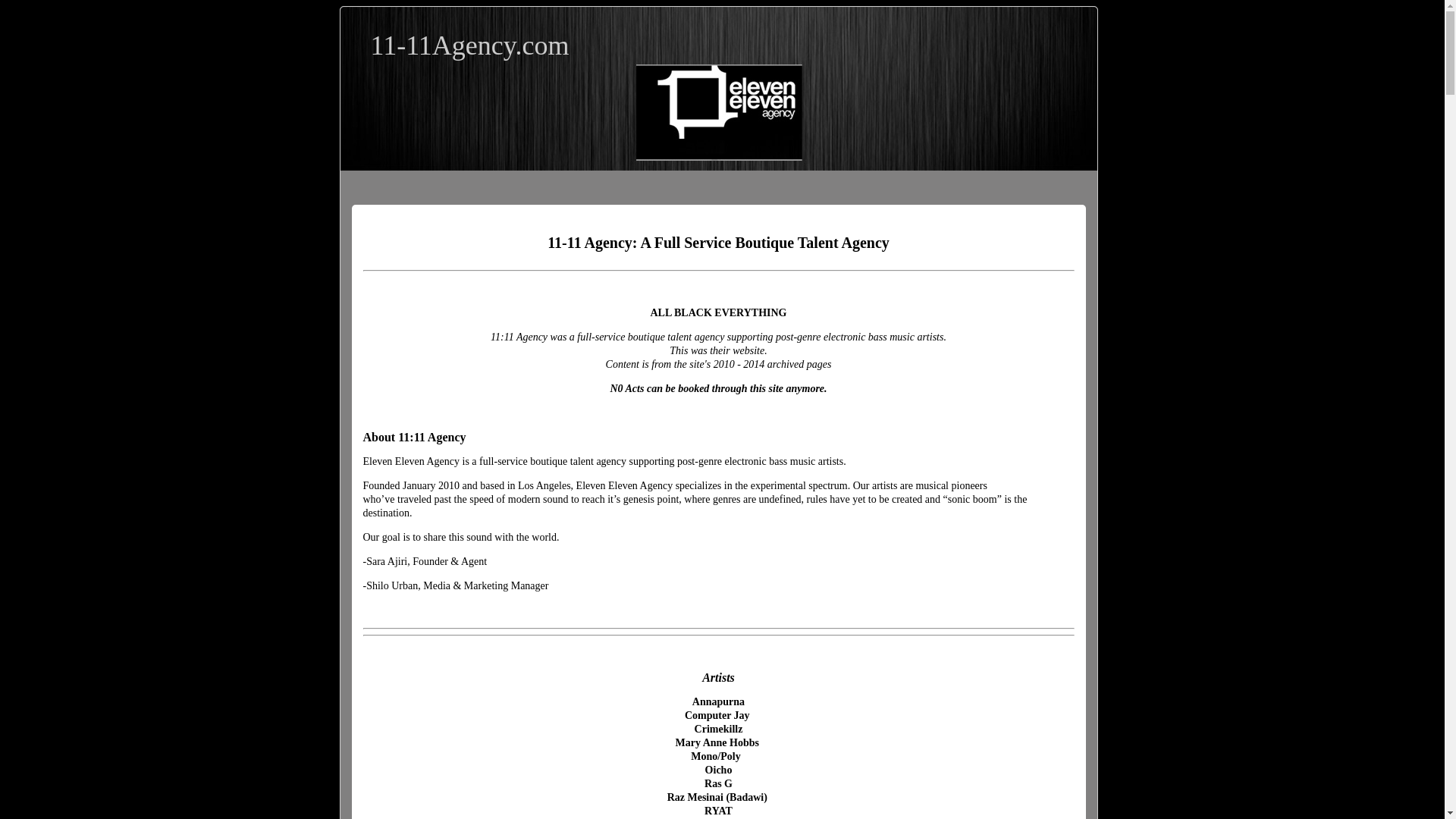  What do you see at coordinates (370, 45) in the screenshot?
I see `'11-11Agency.com'` at bounding box center [370, 45].